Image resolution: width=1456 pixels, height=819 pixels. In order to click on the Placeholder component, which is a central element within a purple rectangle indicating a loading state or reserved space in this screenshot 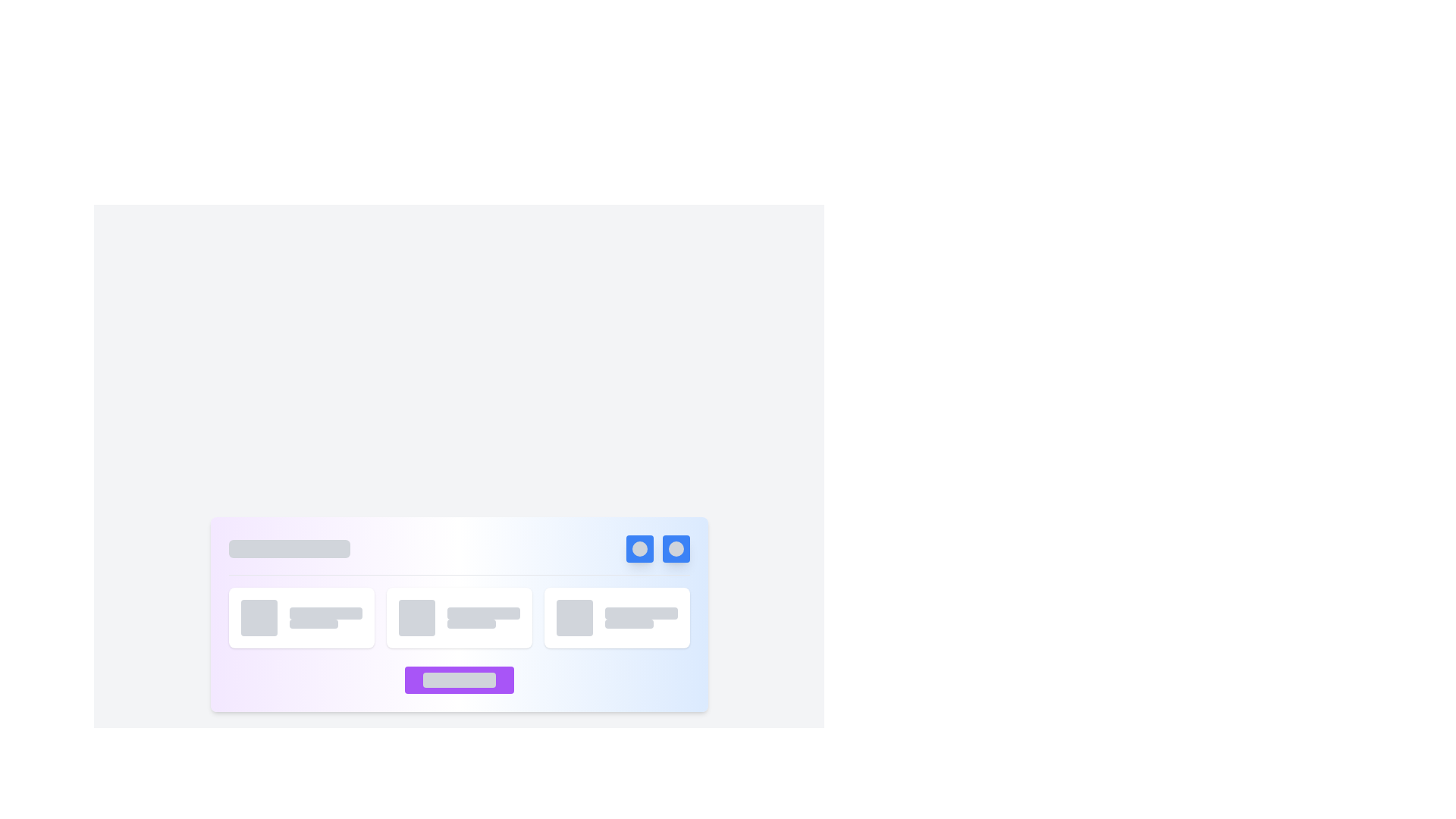, I will do `click(458, 679)`.